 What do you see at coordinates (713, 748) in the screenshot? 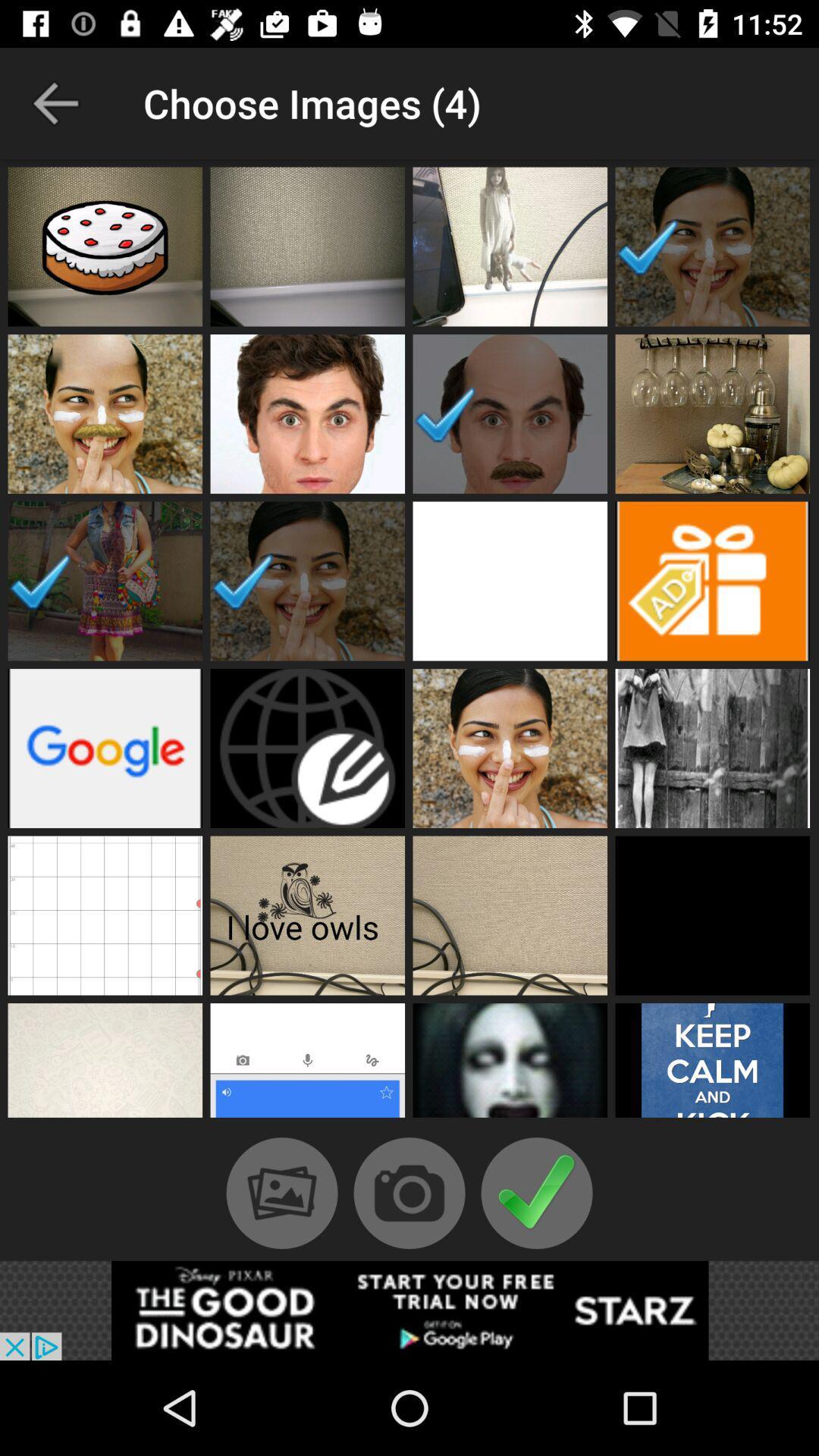
I see `the 4th image in the 4th row` at bounding box center [713, 748].